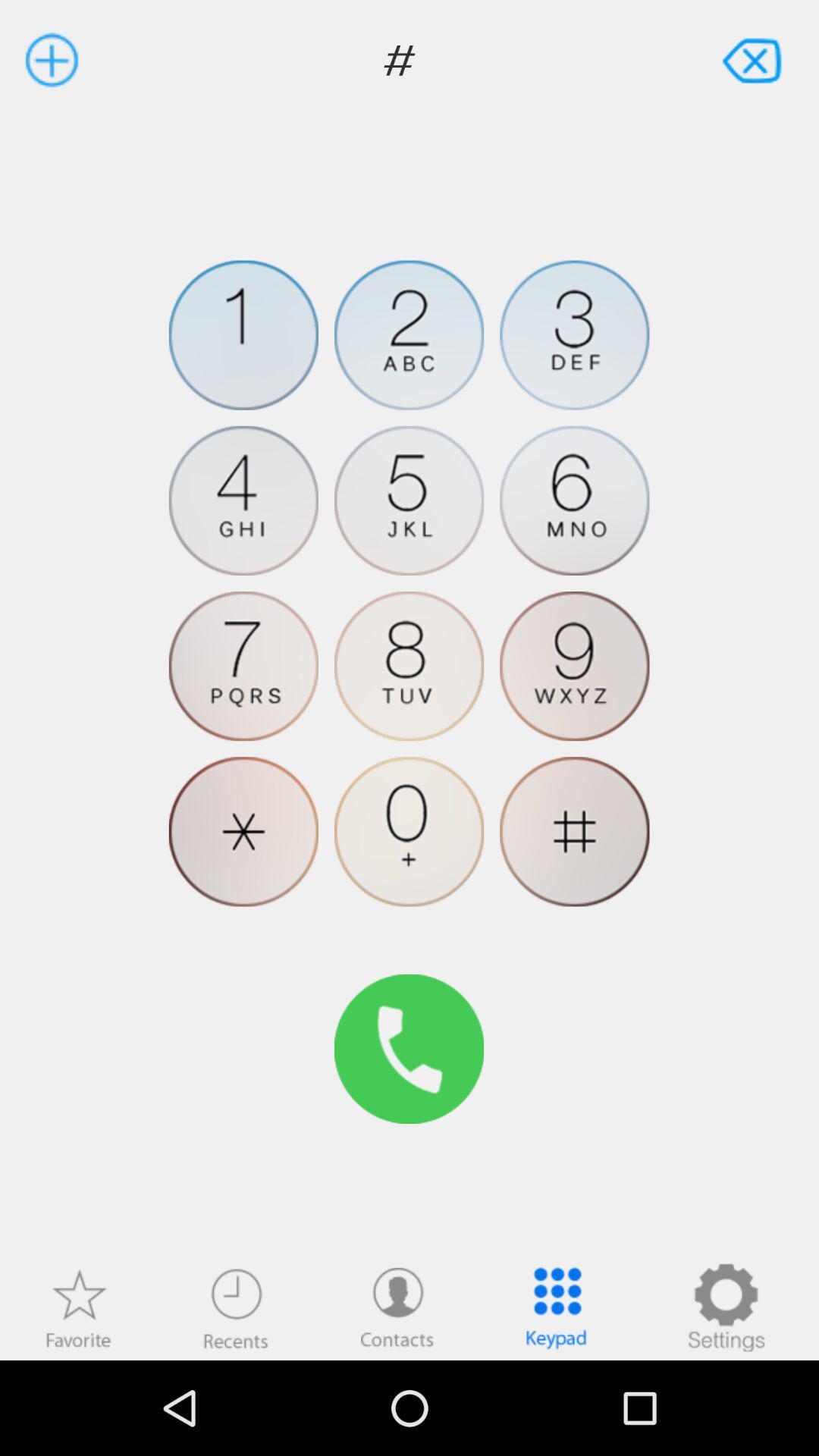  Describe the element at coordinates (408, 666) in the screenshot. I see `number 8 in phone pad for calling` at that location.